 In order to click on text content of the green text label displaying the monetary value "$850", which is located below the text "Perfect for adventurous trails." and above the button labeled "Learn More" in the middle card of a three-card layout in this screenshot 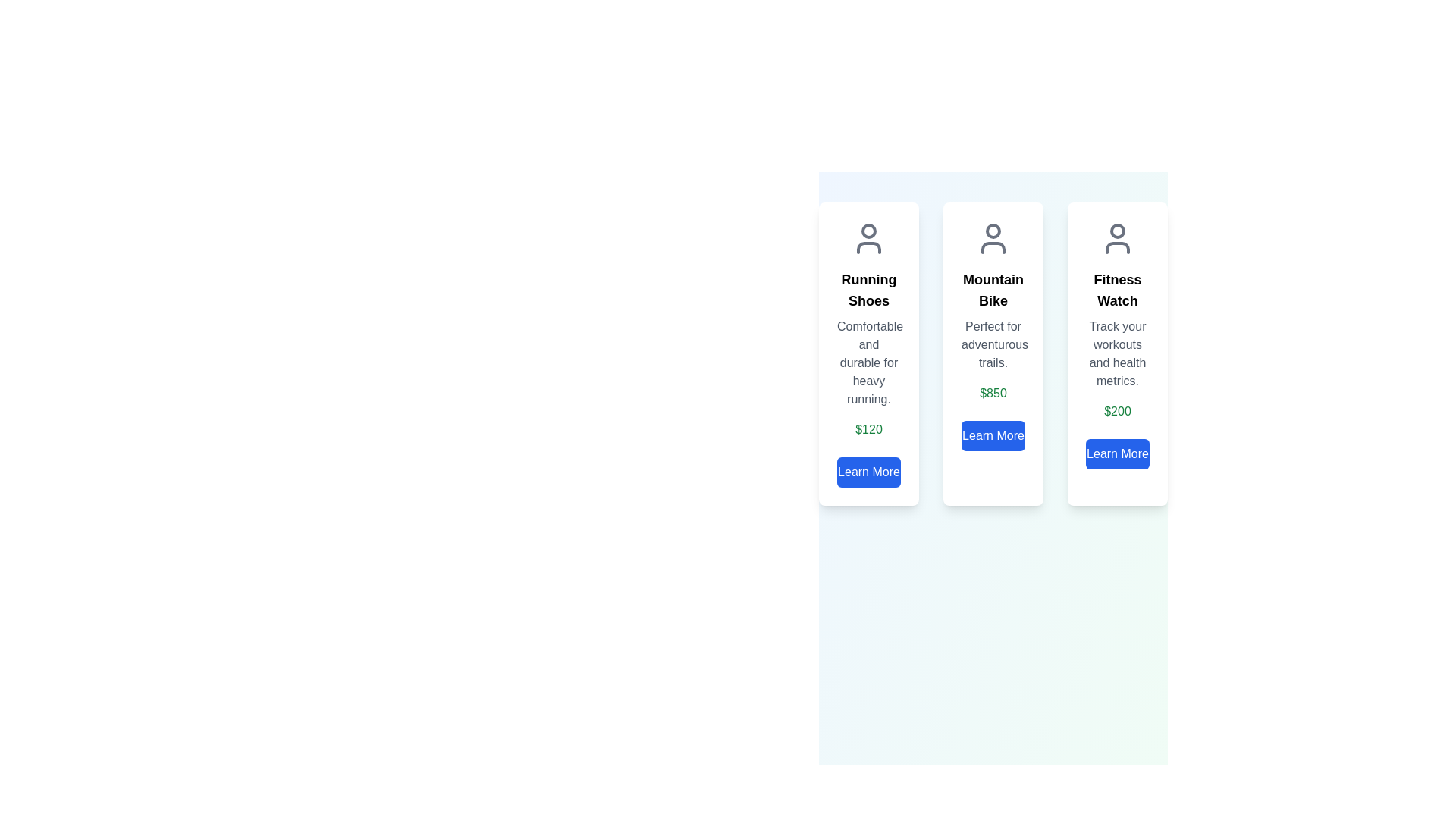, I will do `click(993, 393)`.